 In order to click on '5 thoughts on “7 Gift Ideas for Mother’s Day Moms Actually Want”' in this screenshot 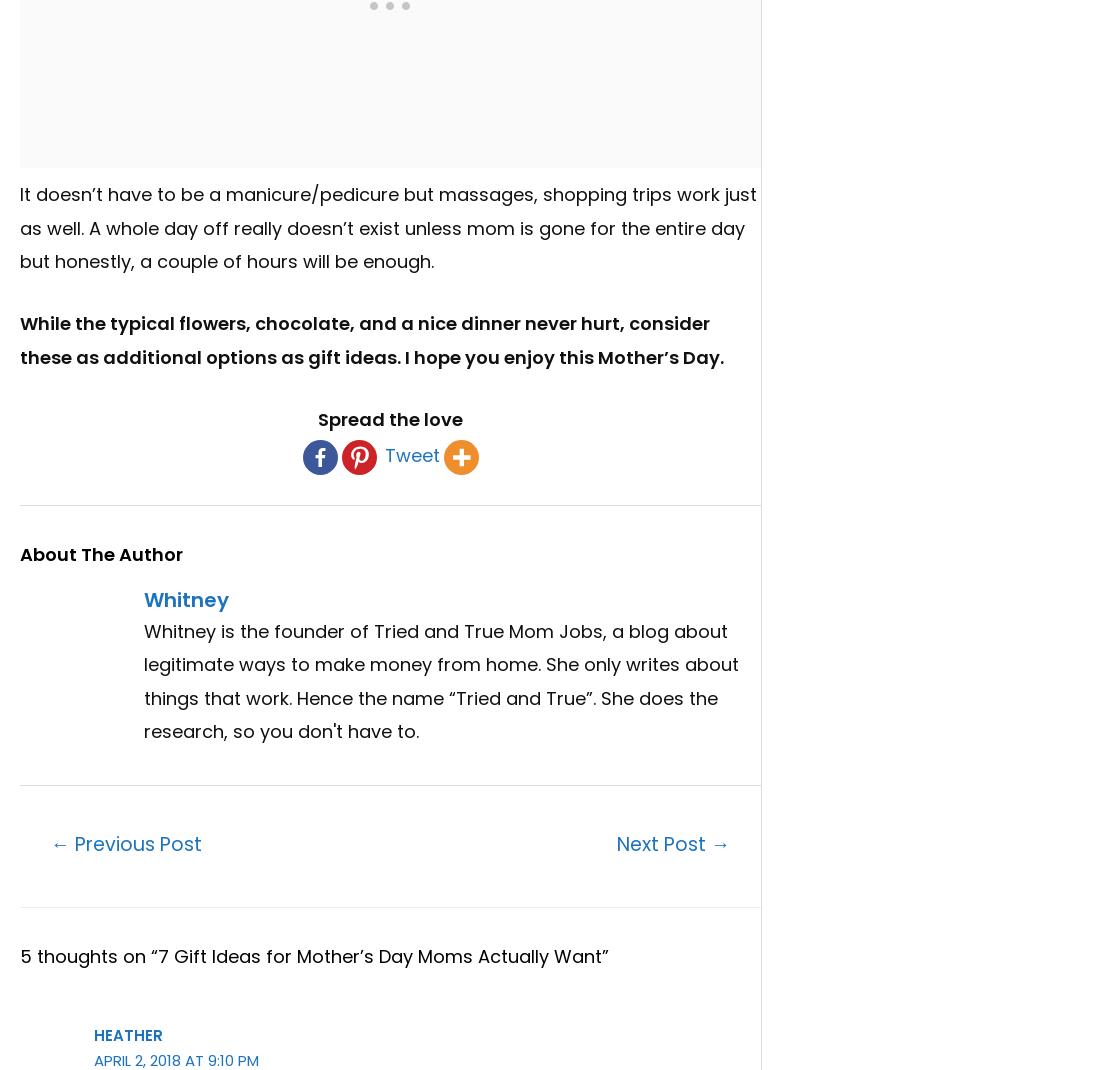, I will do `click(313, 954)`.